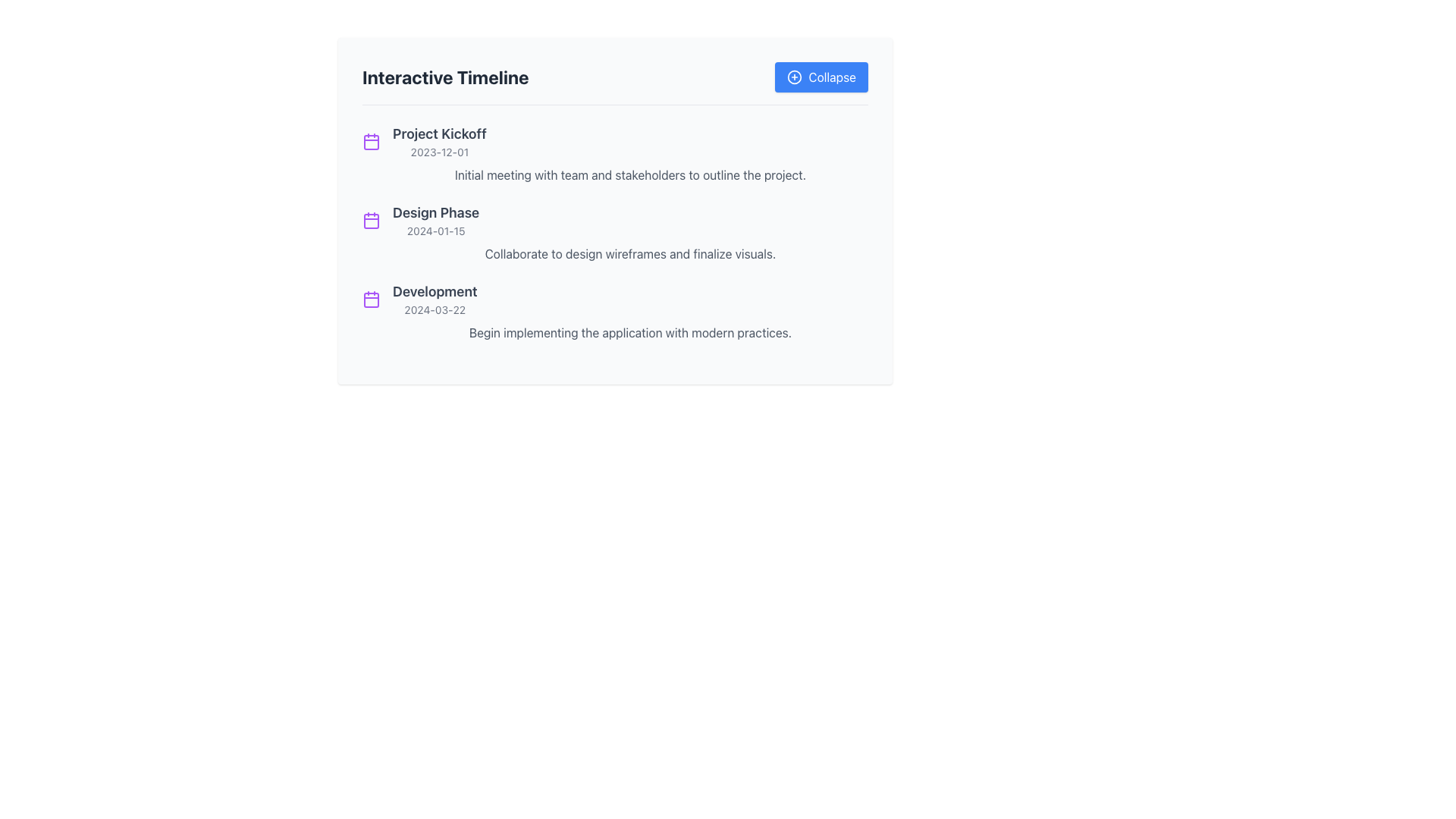 This screenshot has width=1456, height=819. Describe the element at coordinates (371, 220) in the screenshot. I see `calendar icon representing the 'Design Phase' milestone visually located next to the text 'Design Phase' and above the date '2024-01-15'` at that location.